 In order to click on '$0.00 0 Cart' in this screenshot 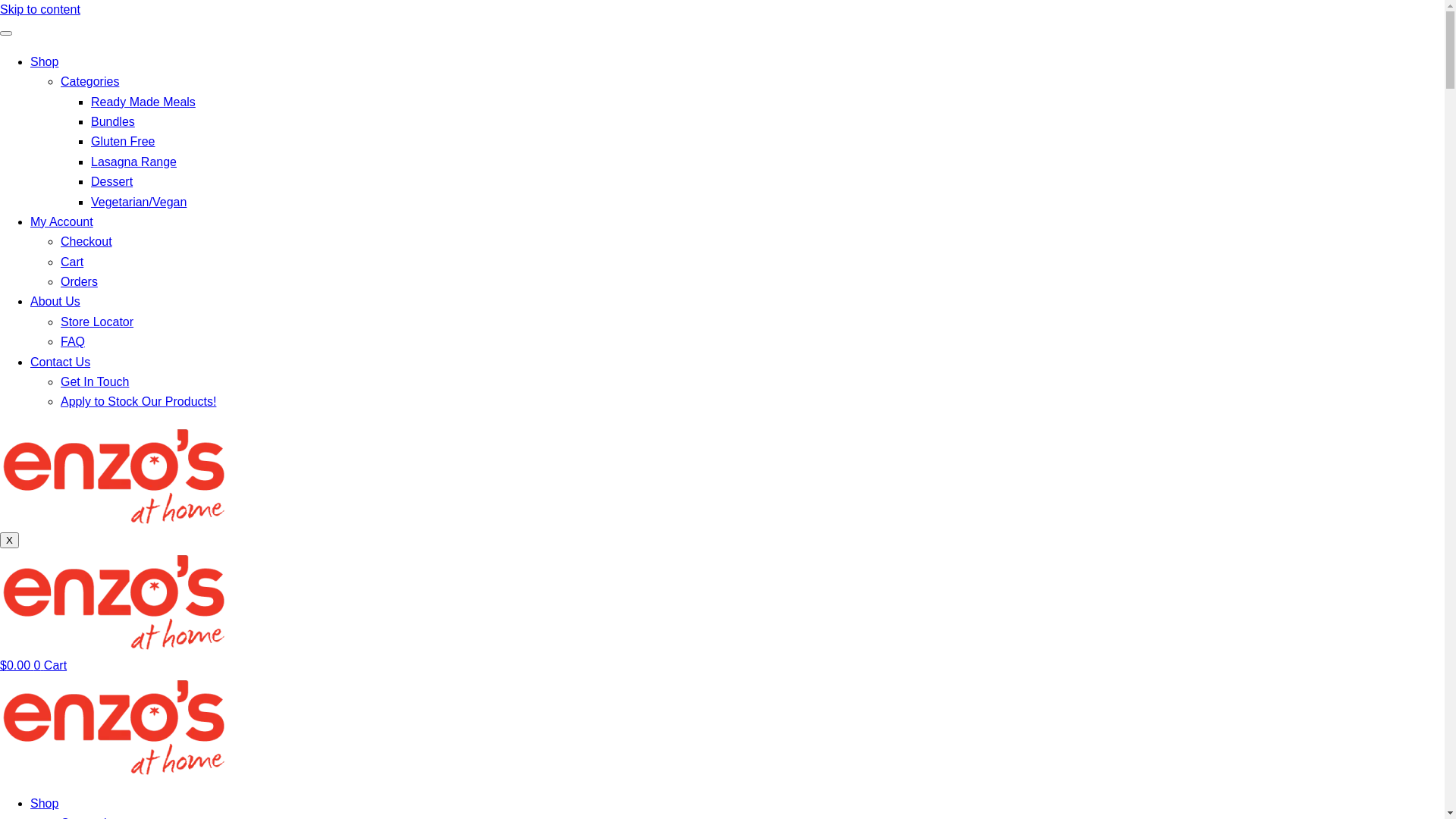, I will do `click(0, 664)`.